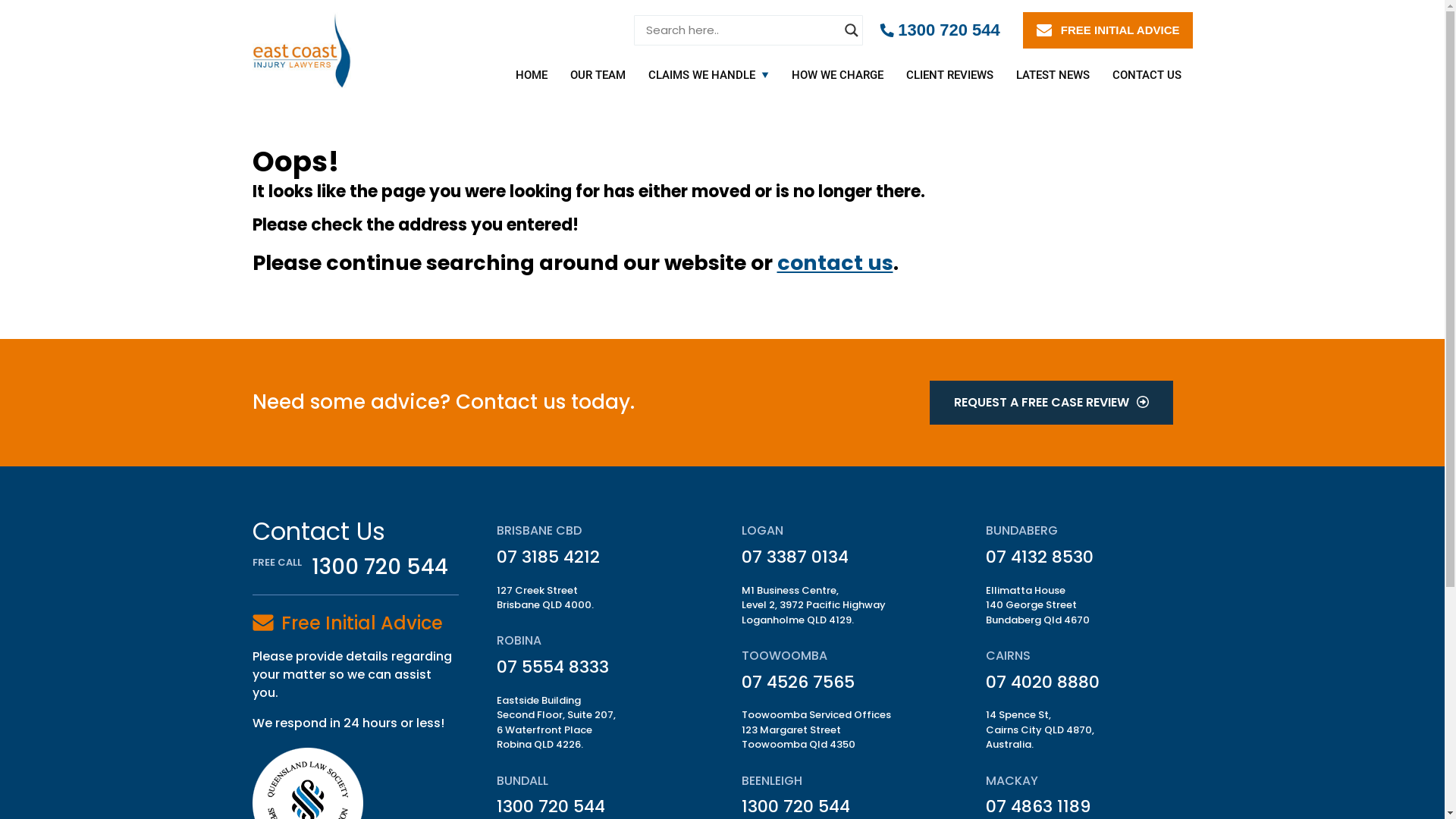  What do you see at coordinates (779, 75) in the screenshot?
I see `'HOW WE CHARGE'` at bounding box center [779, 75].